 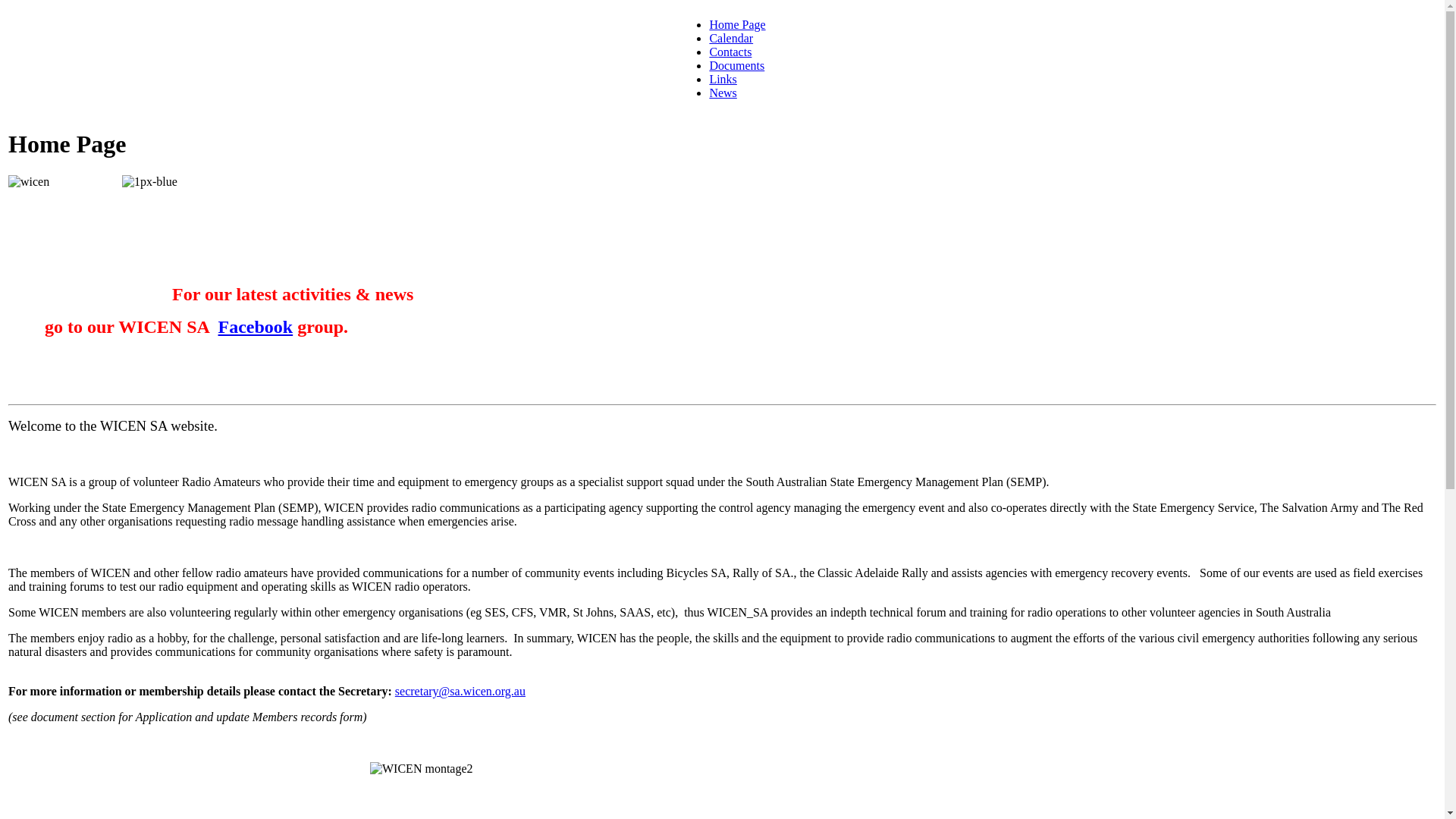 I want to click on 'Documents', so click(x=736, y=64).